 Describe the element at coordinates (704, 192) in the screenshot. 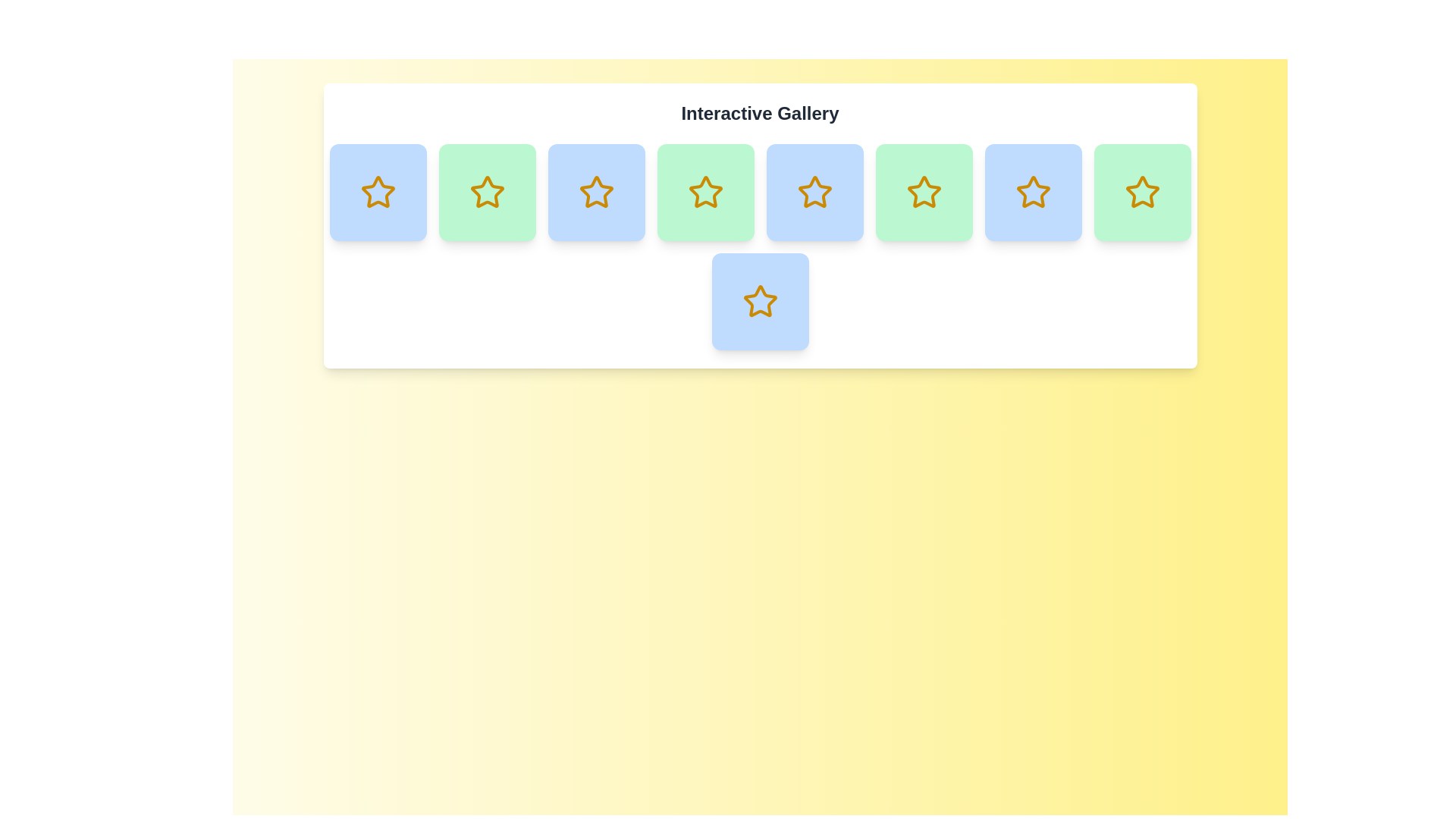

I see `the decorative star icon located at the fourth position in the horizontal sequence of square containers within a slightly rounded green square` at that location.